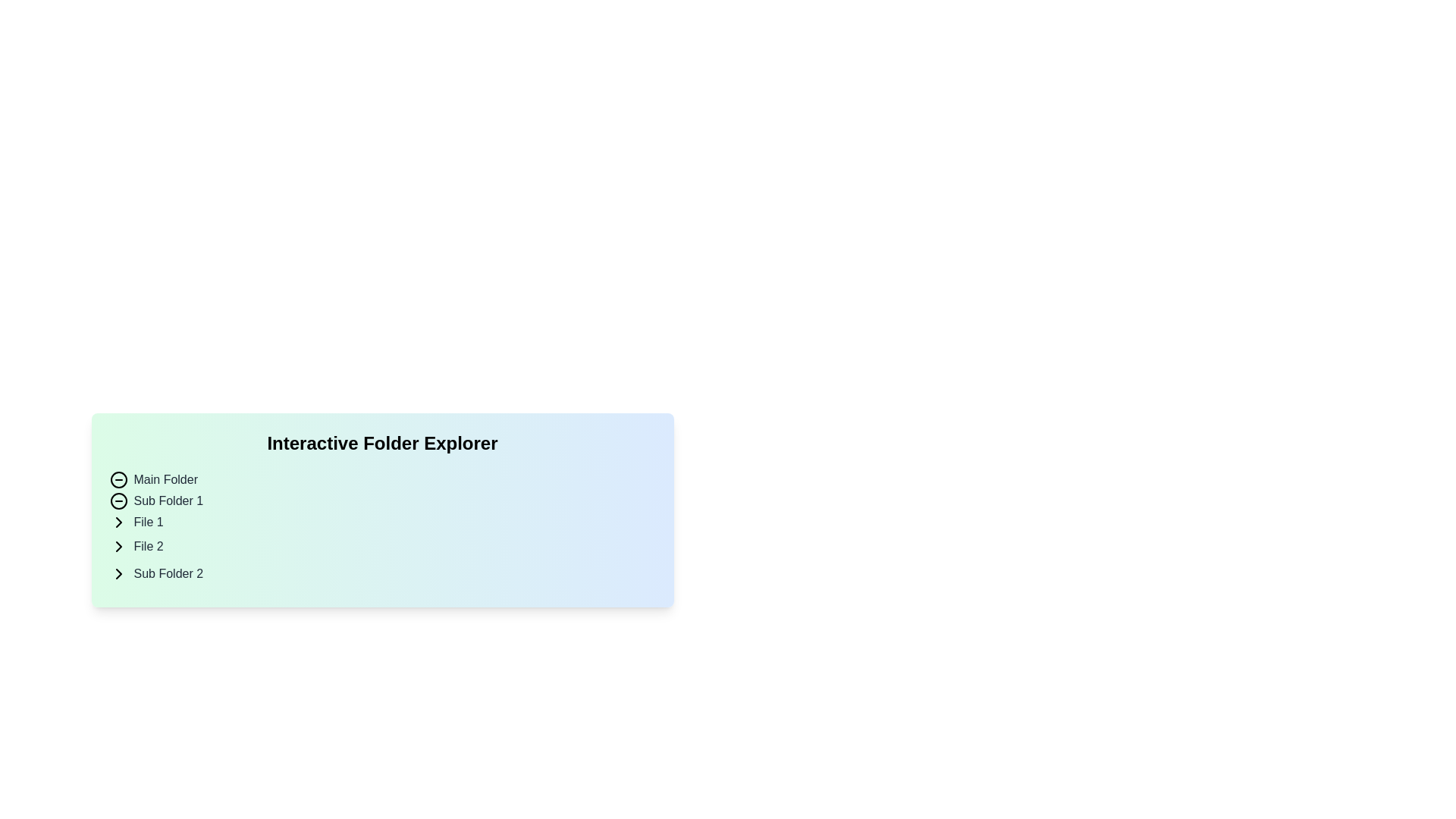  What do you see at coordinates (118, 573) in the screenshot?
I see `the arrow icon button next to the 'Sub Folder 2' label` at bounding box center [118, 573].